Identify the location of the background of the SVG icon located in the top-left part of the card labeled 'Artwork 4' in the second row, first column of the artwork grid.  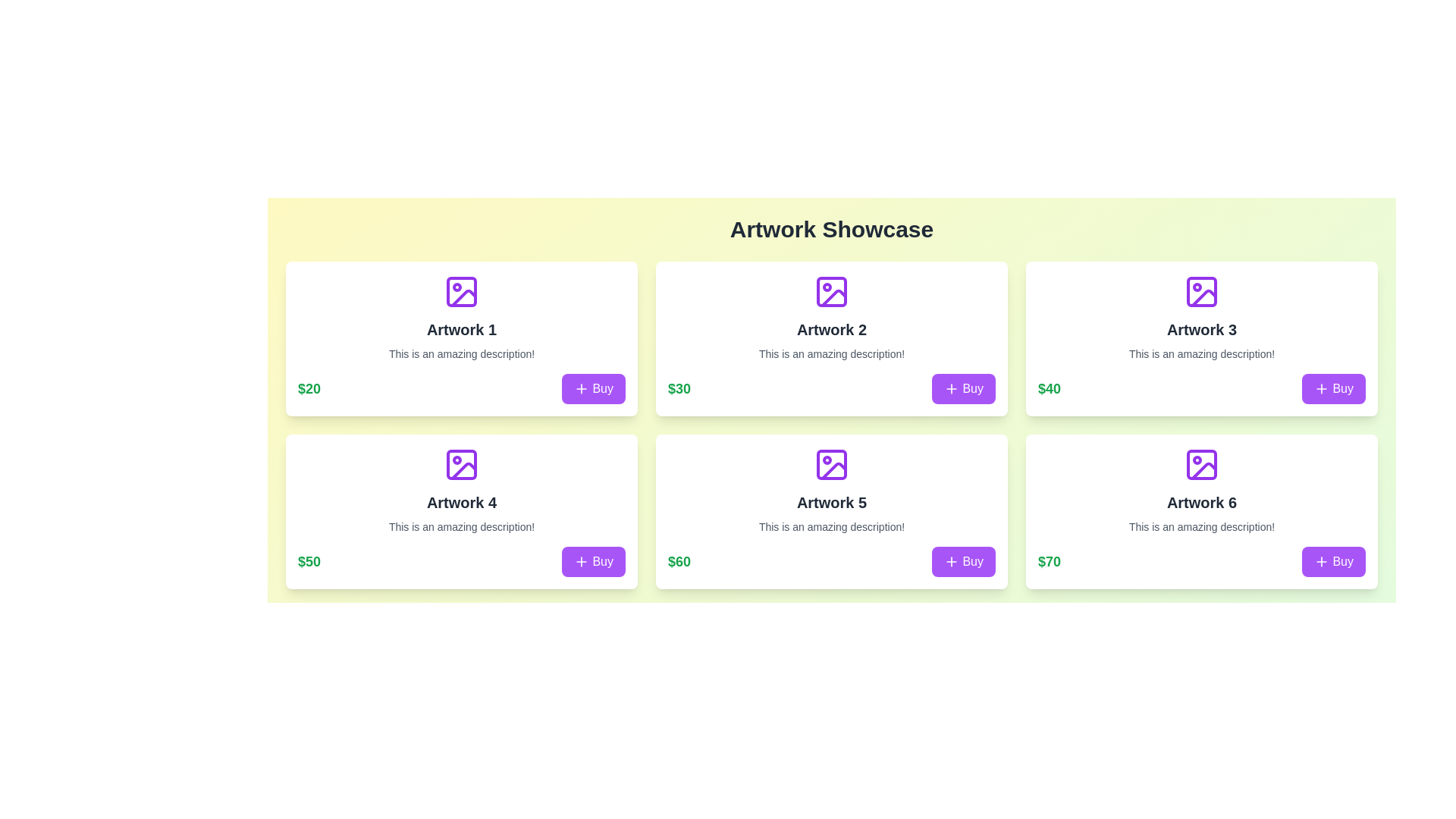
(461, 464).